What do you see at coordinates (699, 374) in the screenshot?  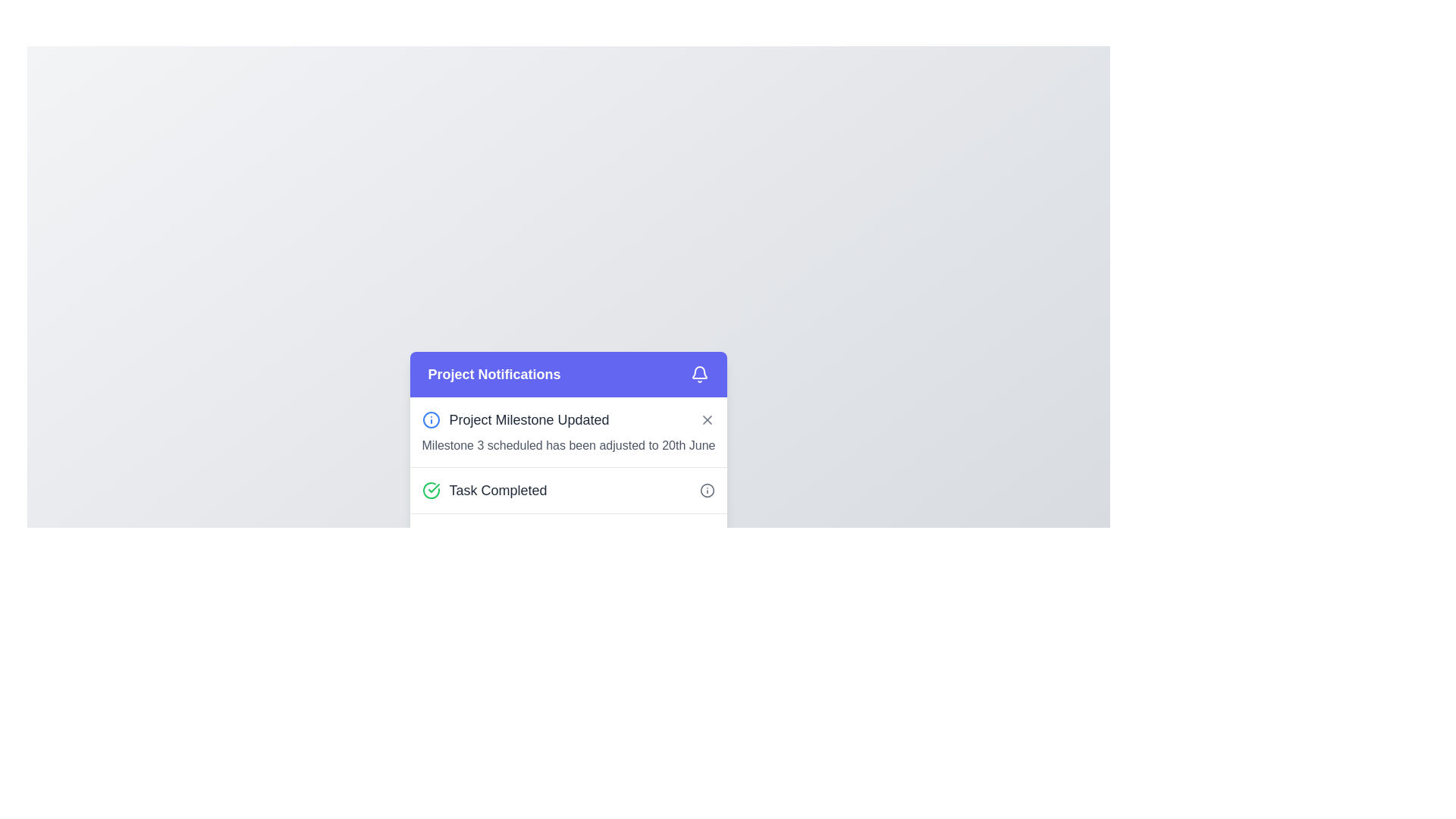 I see `the notification bell icon located at the top right corner of the notification panel` at bounding box center [699, 374].